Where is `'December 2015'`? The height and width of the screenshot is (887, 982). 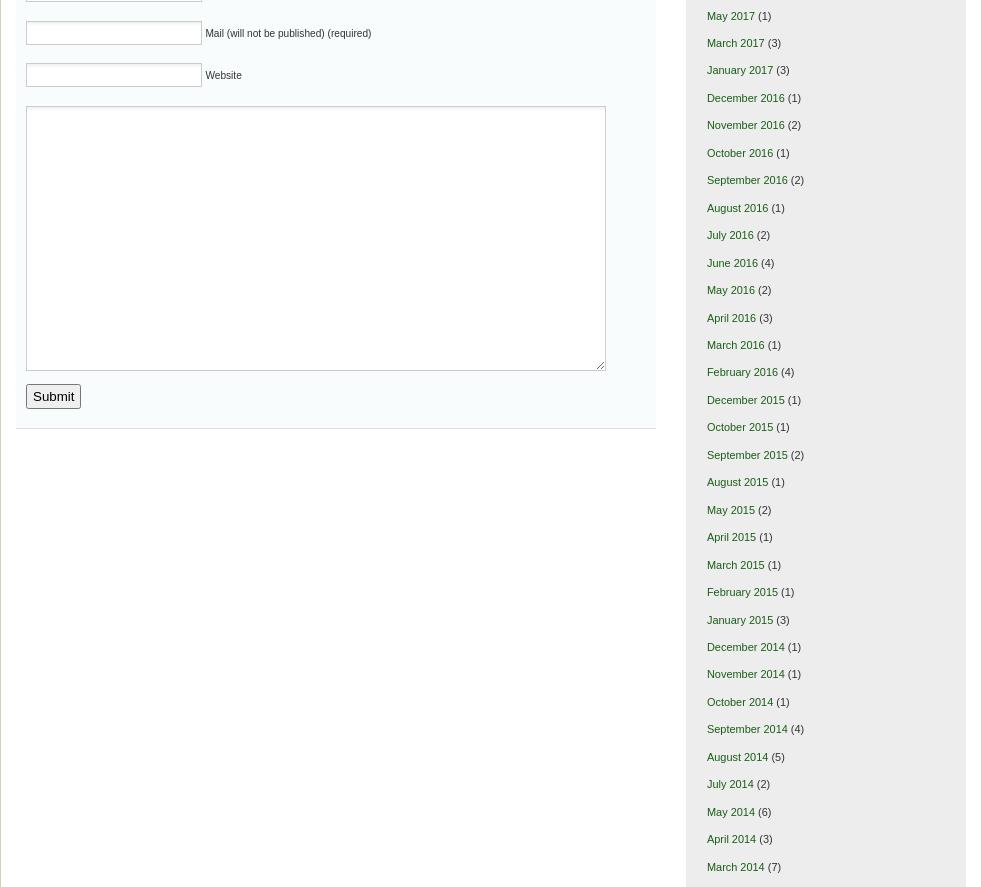 'December 2015' is located at coordinates (745, 398).